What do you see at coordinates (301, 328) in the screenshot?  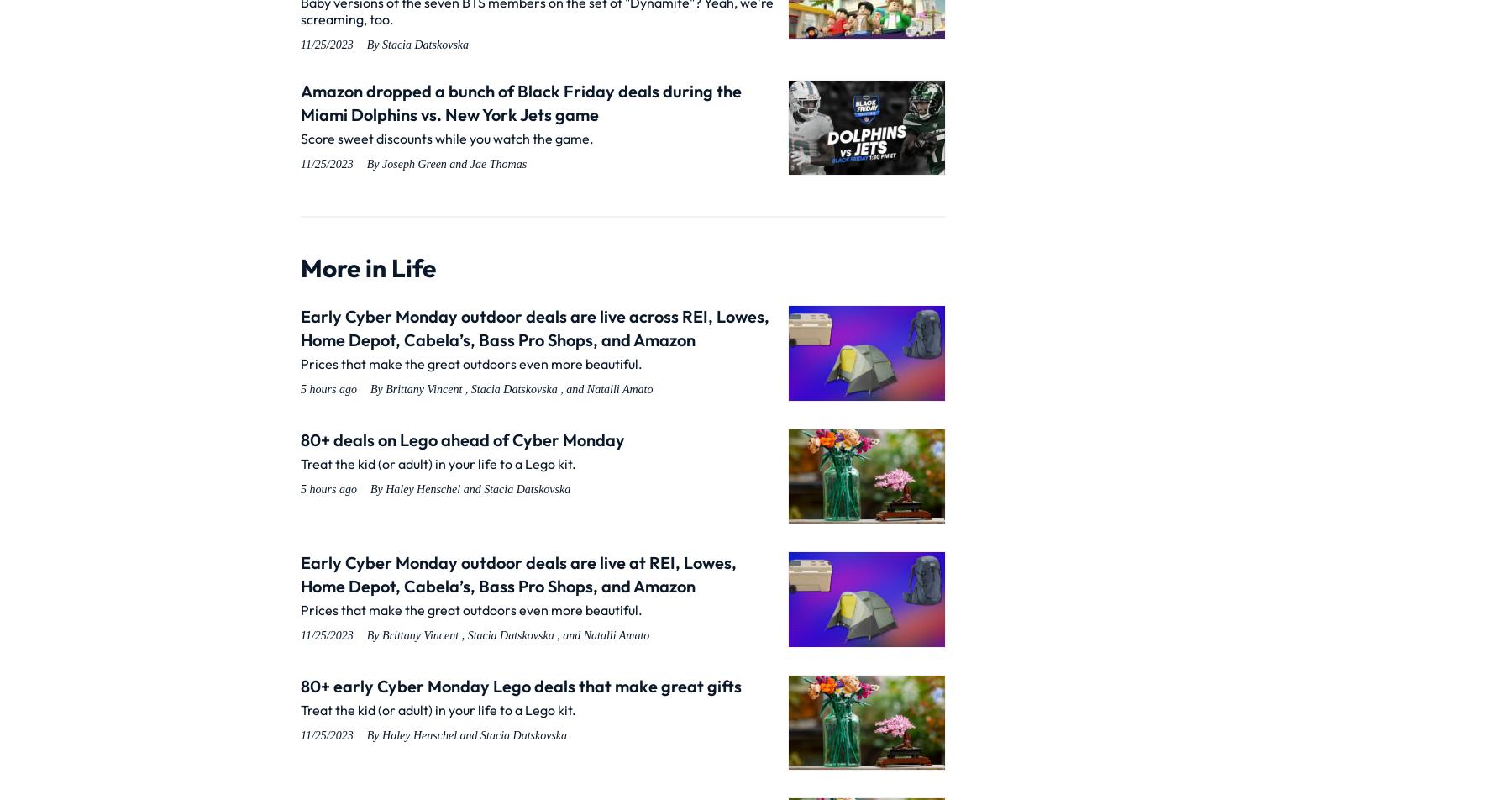 I see `'Early Cyber Monday outdoor deals are live across REI, Lowes, Home Depot, Cabela’s, Bass Pro Shops, and Amazon'` at bounding box center [301, 328].